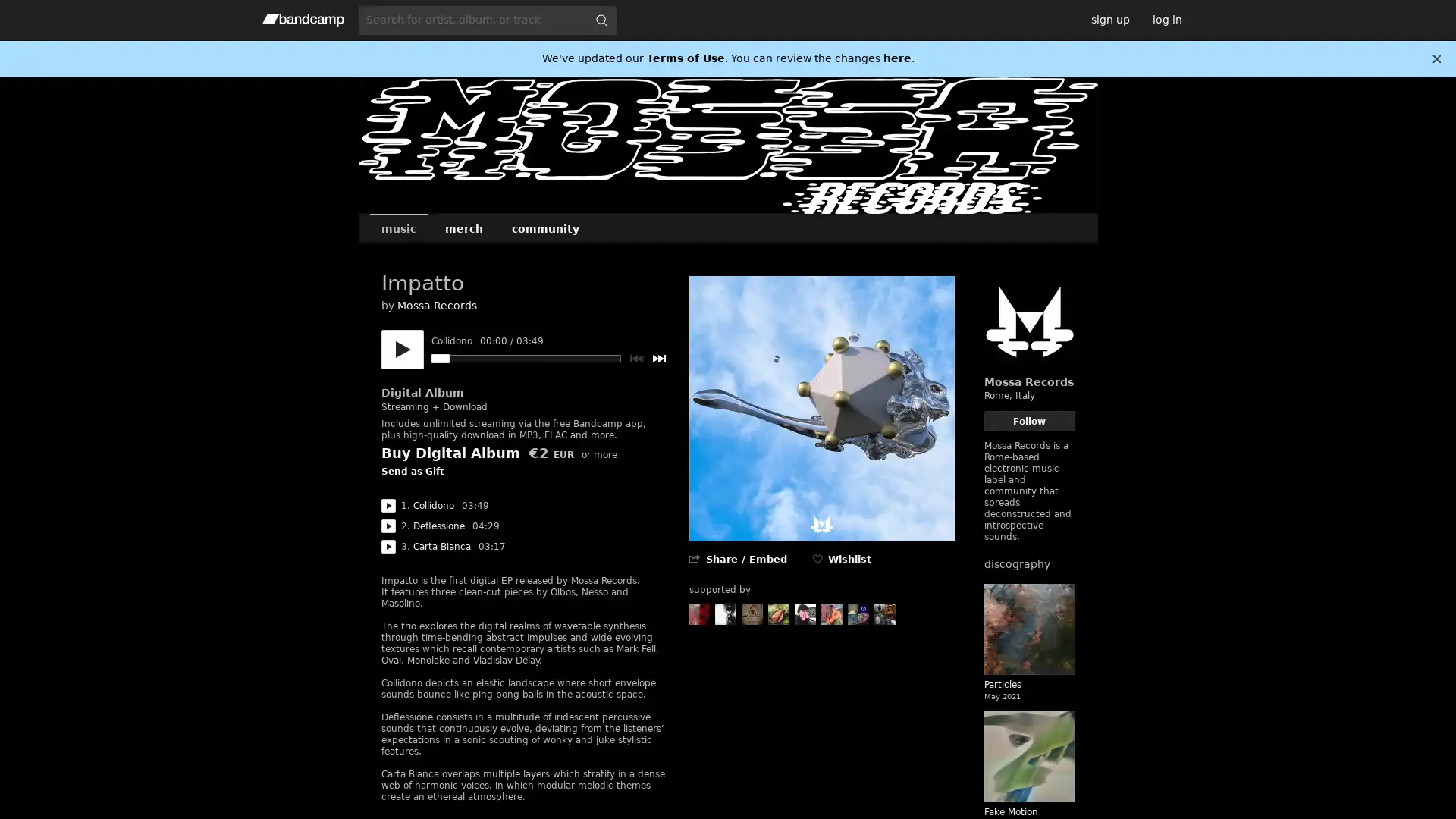 This screenshot has width=1456, height=819. Describe the element at coordinates (658, 359) in the screenshot. I see `Next track` at that location.